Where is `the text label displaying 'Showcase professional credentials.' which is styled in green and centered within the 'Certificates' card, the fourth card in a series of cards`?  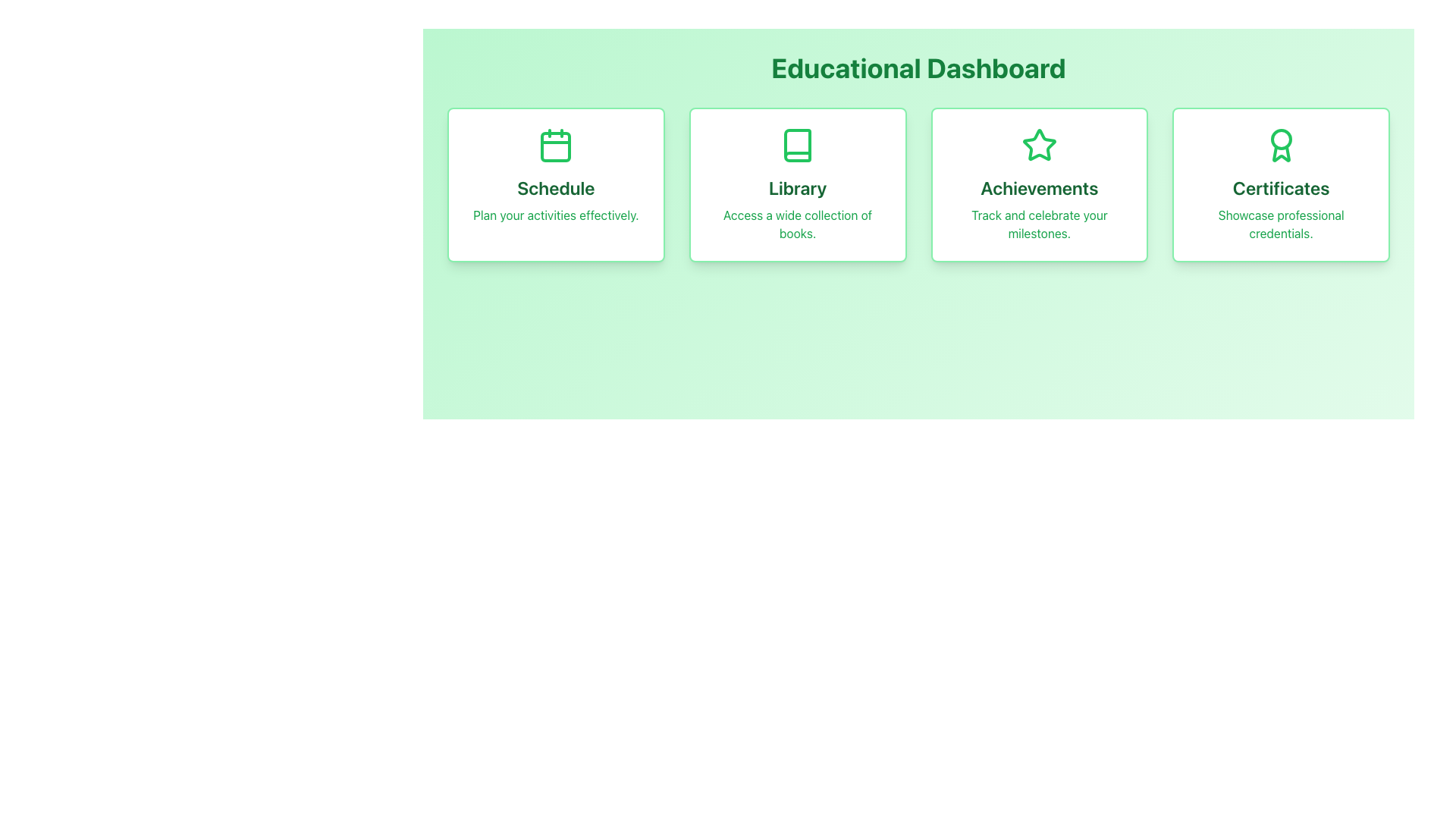
the text label displaying 'Showcase professional credentials.' which is styled in green and centered within the 'Certificates' card, the fourth card in a series of cards is located at coordinates (1280, 224).